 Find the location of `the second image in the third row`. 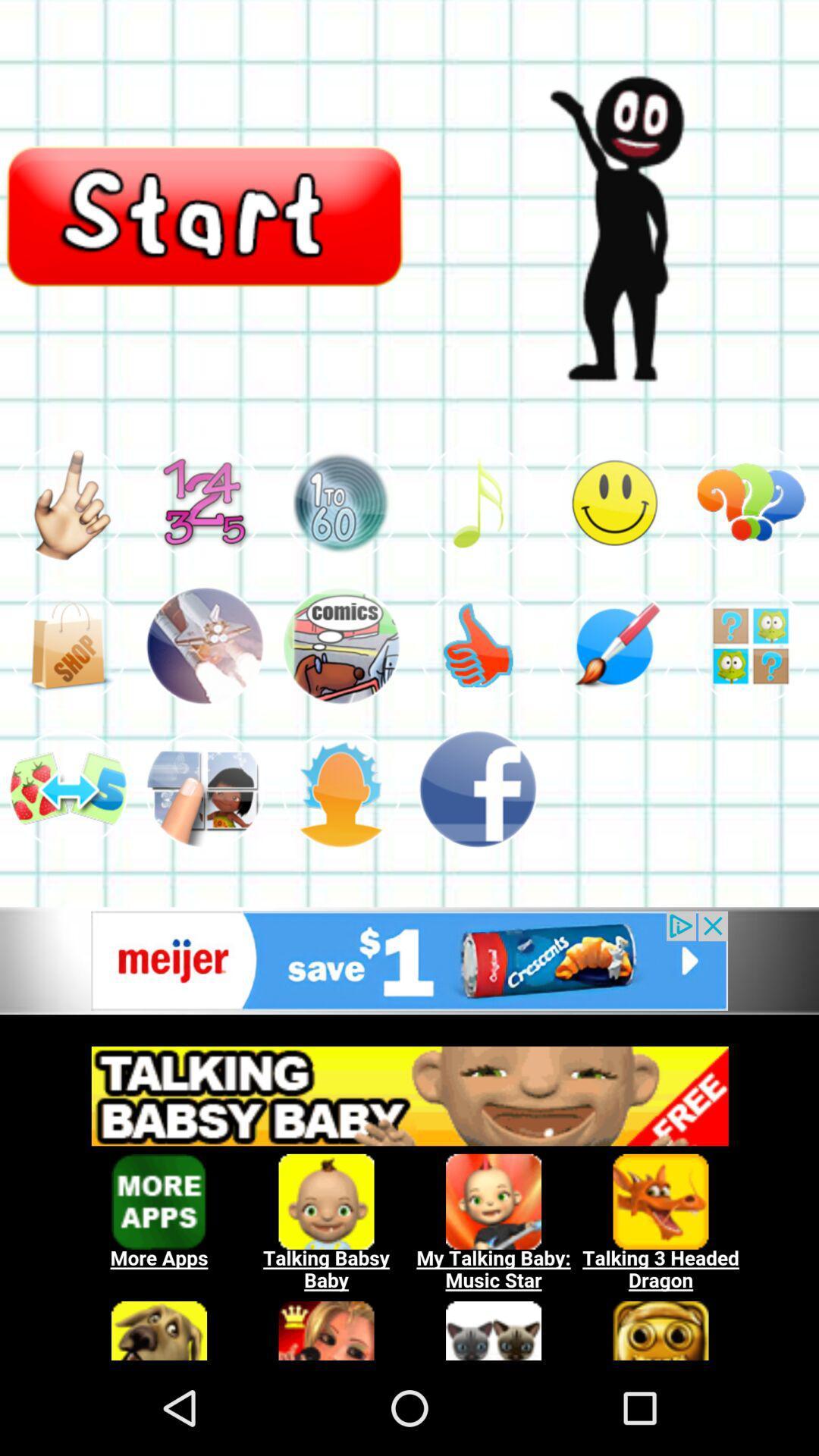

the second image in the third row is located at coordinates (205, 789).